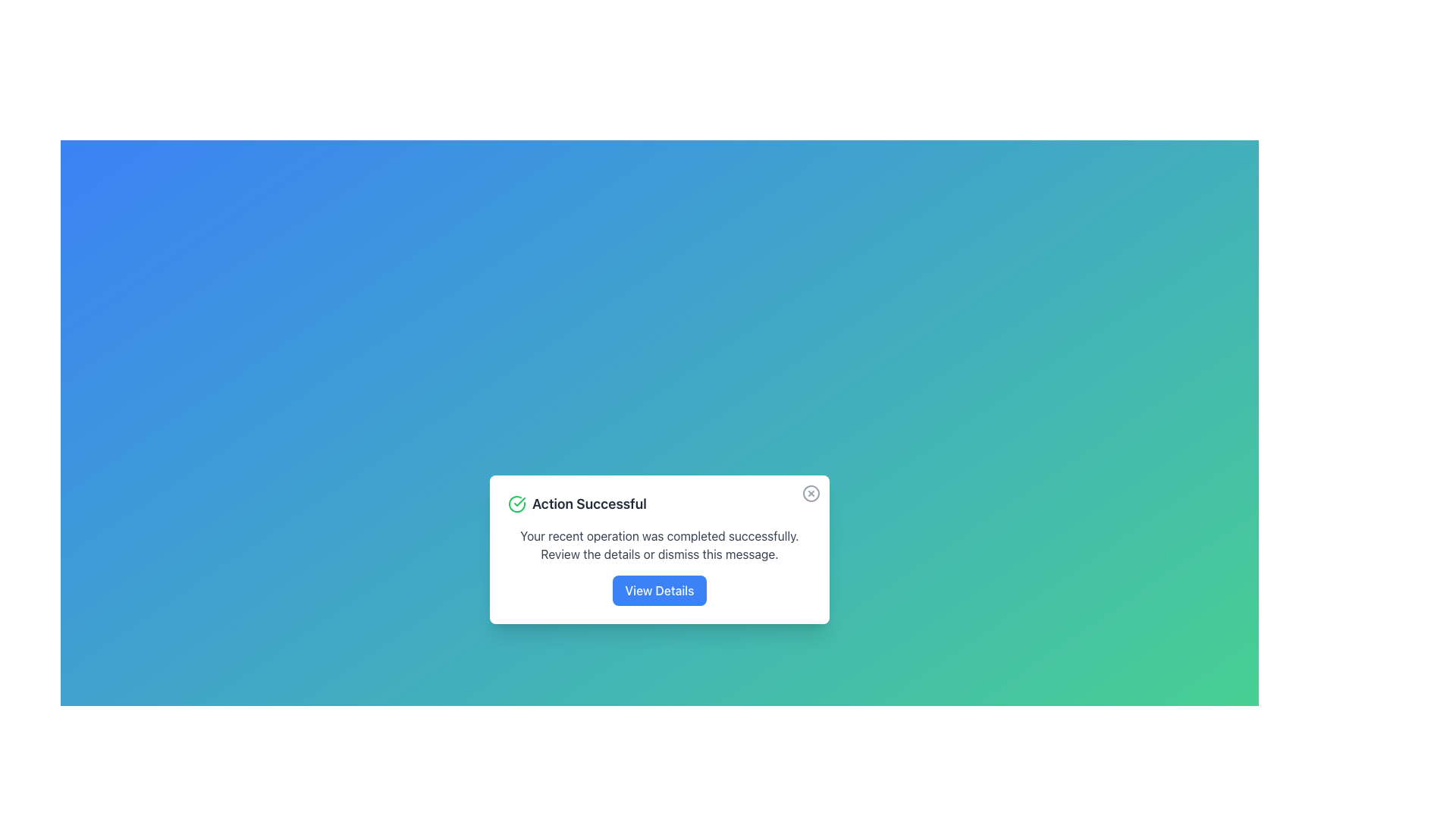  I want to click on the text block that says 'Your recent operation was completed successfully. Review the details or dismiss this message.' located centrally within the popup modal, so click(659, 544).